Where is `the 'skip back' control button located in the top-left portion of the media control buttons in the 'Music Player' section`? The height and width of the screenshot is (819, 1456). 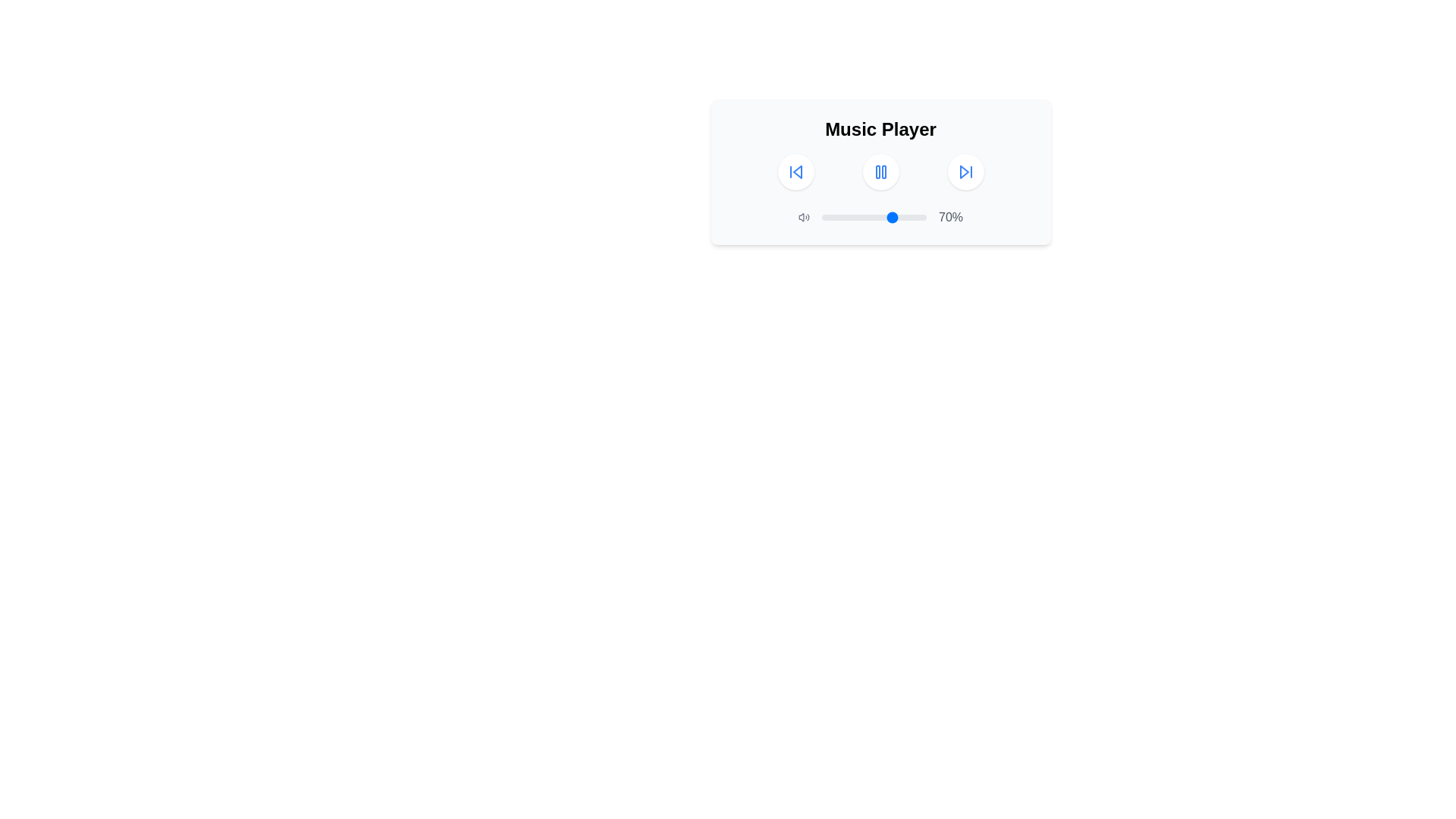 the 'skip back' control button located in the top-left portion of the media control buttons in the 'Music Player' section is located at coordinates (796, 171).